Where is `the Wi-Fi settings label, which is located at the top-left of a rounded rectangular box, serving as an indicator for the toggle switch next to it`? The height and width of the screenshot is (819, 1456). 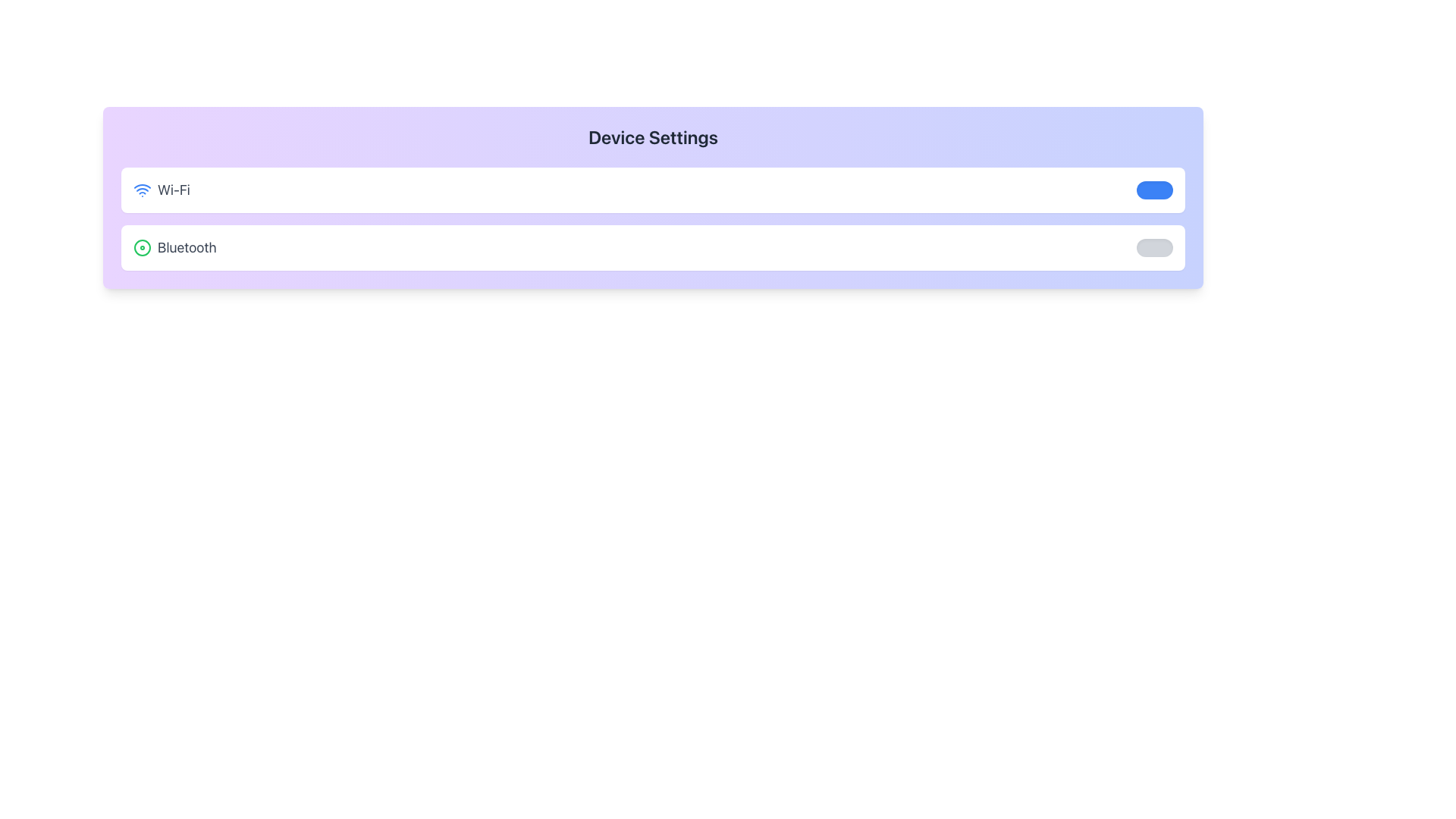 the Wi-Fi settings label, which is located at the top-left of a rounded rectangular box, serving as an indicator for the toggle switch next to it is located at coordinates (162, 189).